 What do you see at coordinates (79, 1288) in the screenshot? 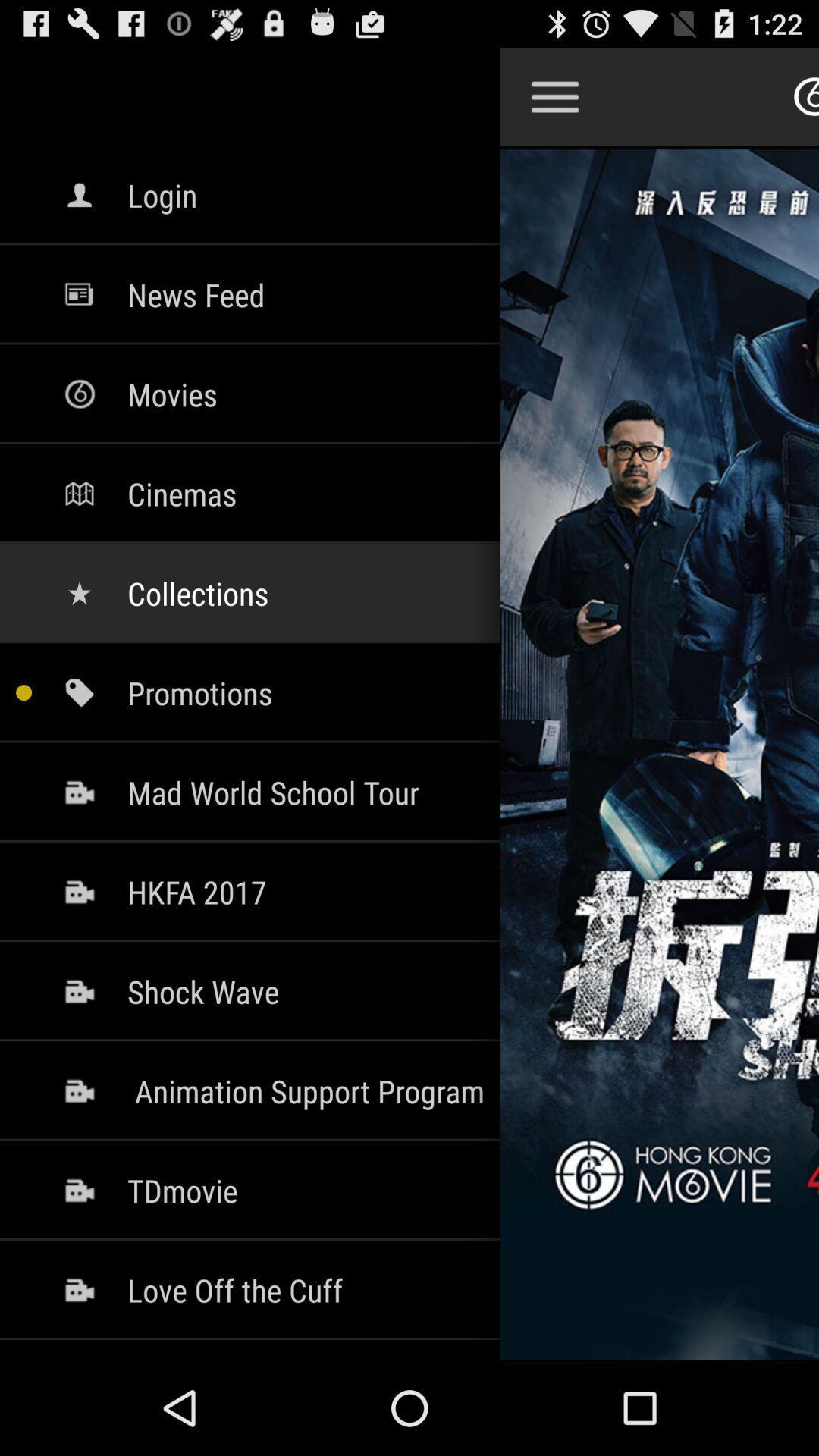
I see `the icon which is beside the love off the cuff` at bounding box center [79, 1288].